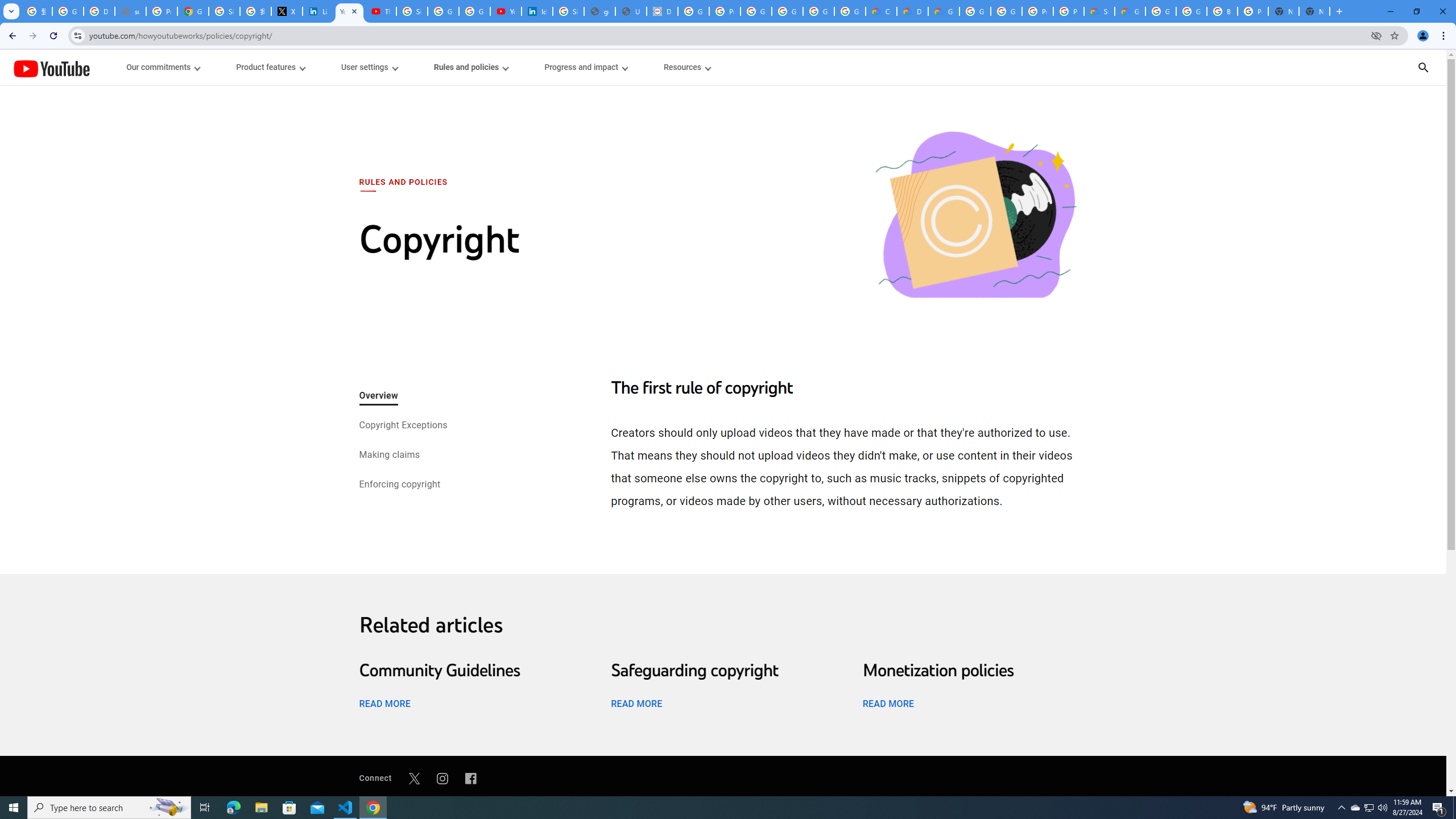 This screenshot has width=1456, height=819. What do you see at coordinates (818, 11) in the screenshot?
I see `'Google Workspace - Specific Terms'` at bounding box center [818, 11].